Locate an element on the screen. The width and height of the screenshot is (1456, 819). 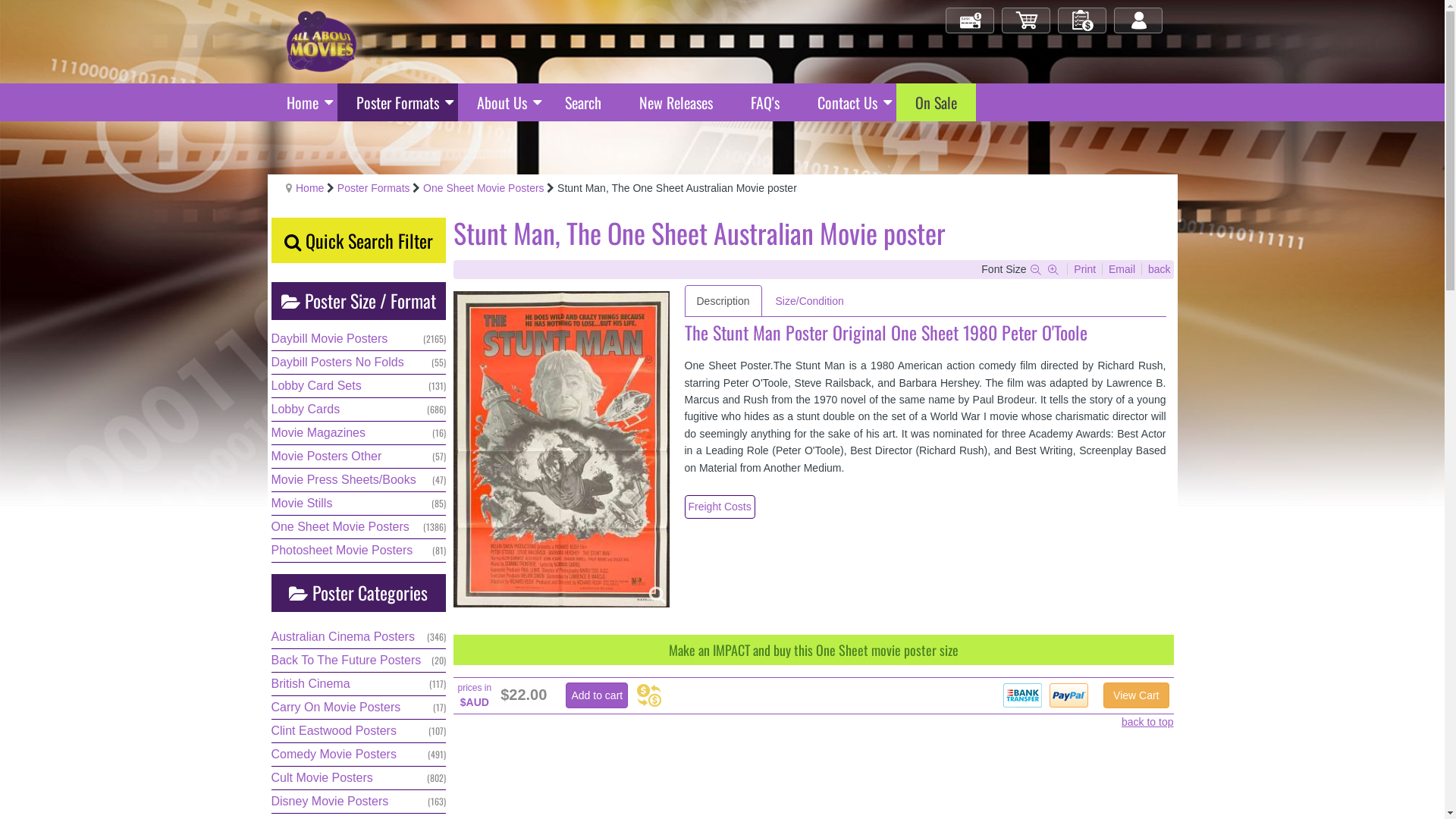
'Add to cart' is located at coordinates (596, 695).